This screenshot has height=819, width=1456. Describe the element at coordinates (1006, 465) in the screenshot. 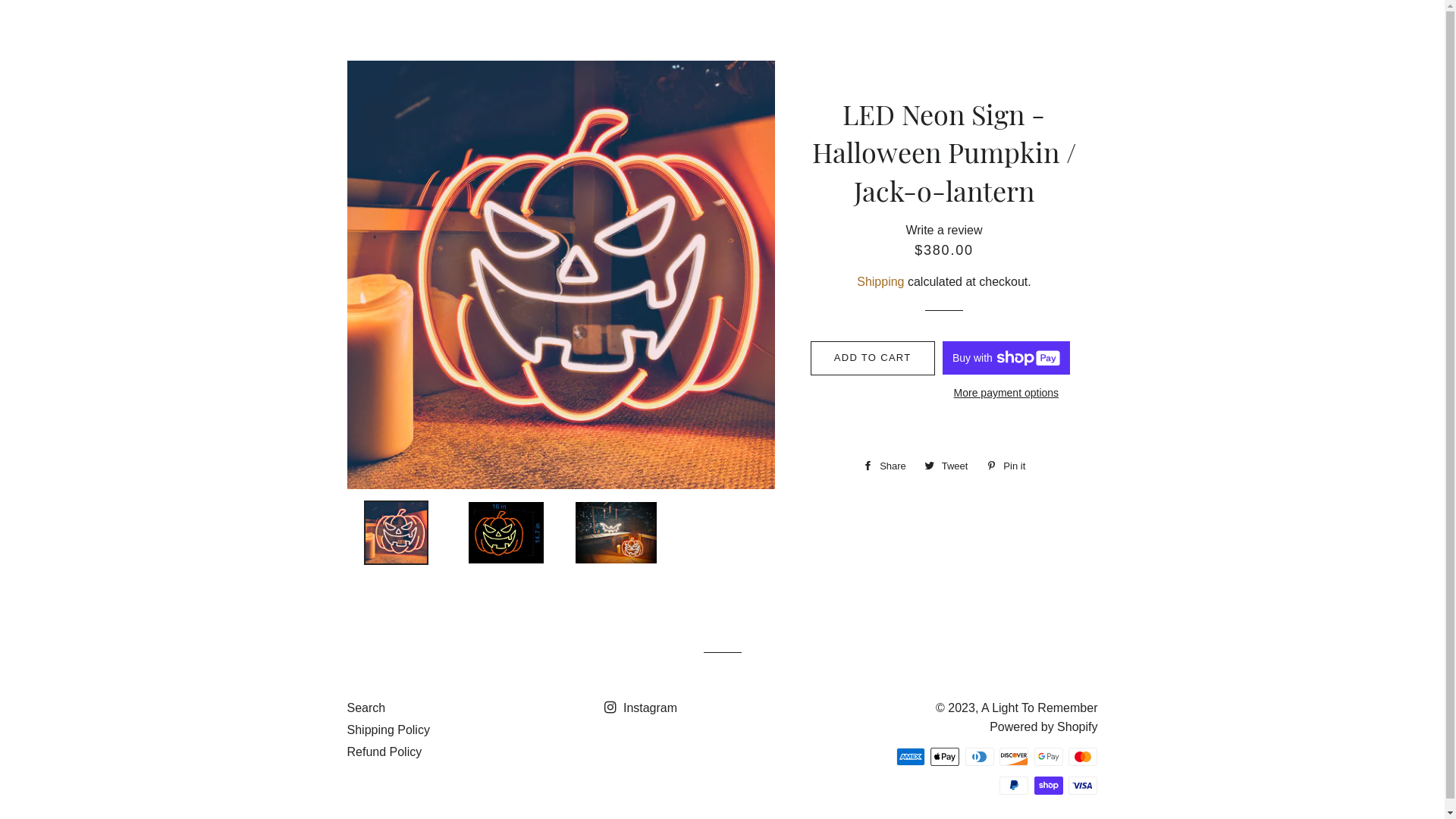

I see `'Pin it` at that location.